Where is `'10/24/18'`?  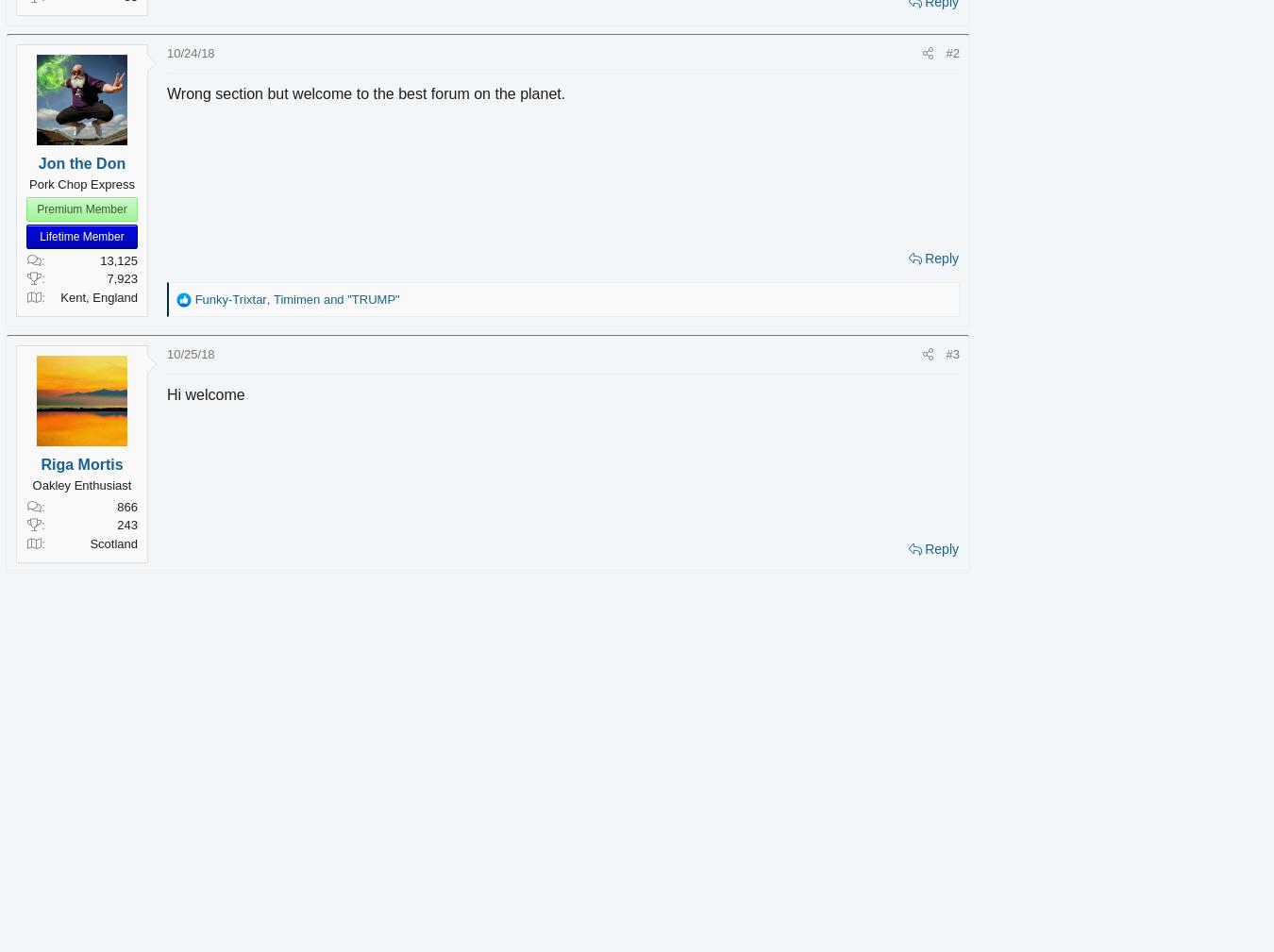
'10/24/18' is located at coordinates (216, 52).